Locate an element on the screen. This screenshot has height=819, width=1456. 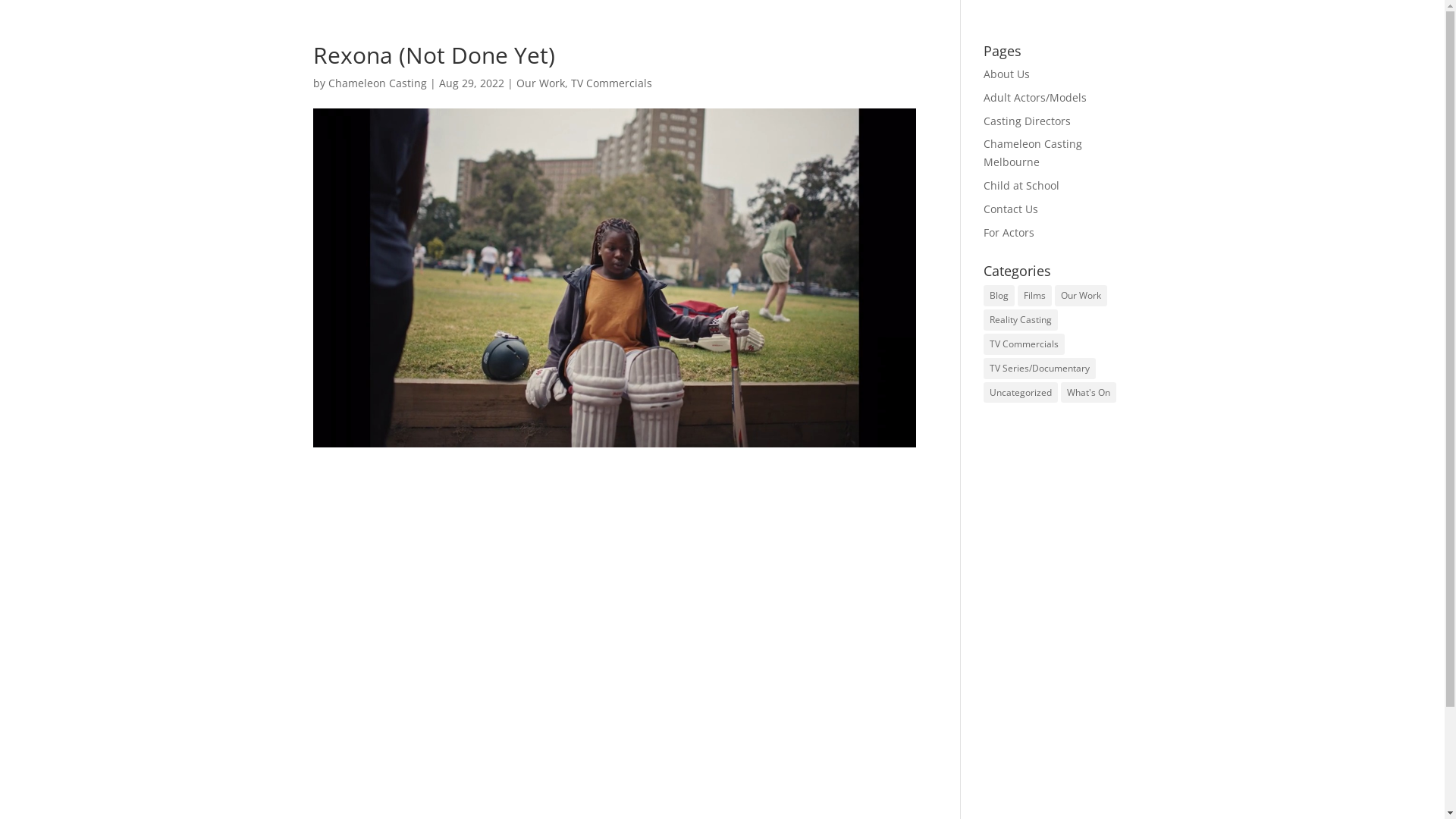
'Casting Directors' is located at coordinates (1027, 120).